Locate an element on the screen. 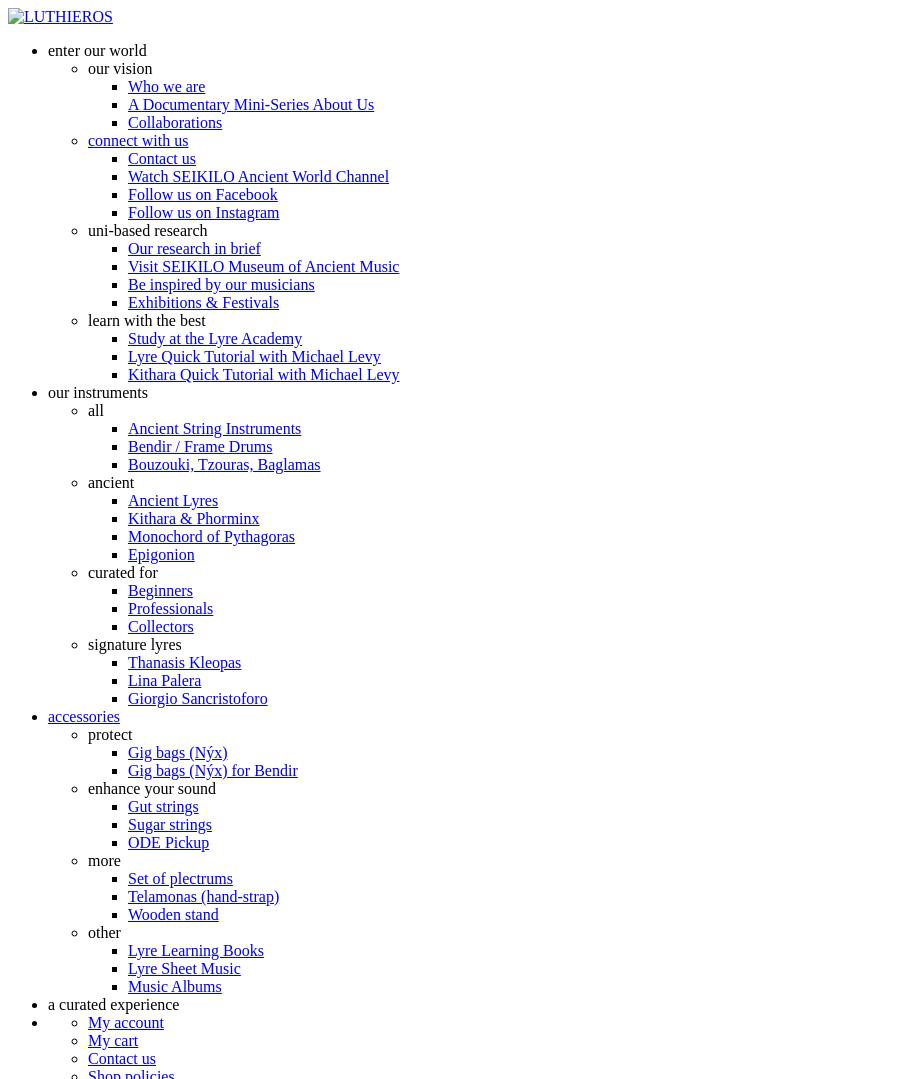 Image resolution: width=908 pixels, height=1079 pixels. 'Gut strings' is located at coordinates (161, 805).